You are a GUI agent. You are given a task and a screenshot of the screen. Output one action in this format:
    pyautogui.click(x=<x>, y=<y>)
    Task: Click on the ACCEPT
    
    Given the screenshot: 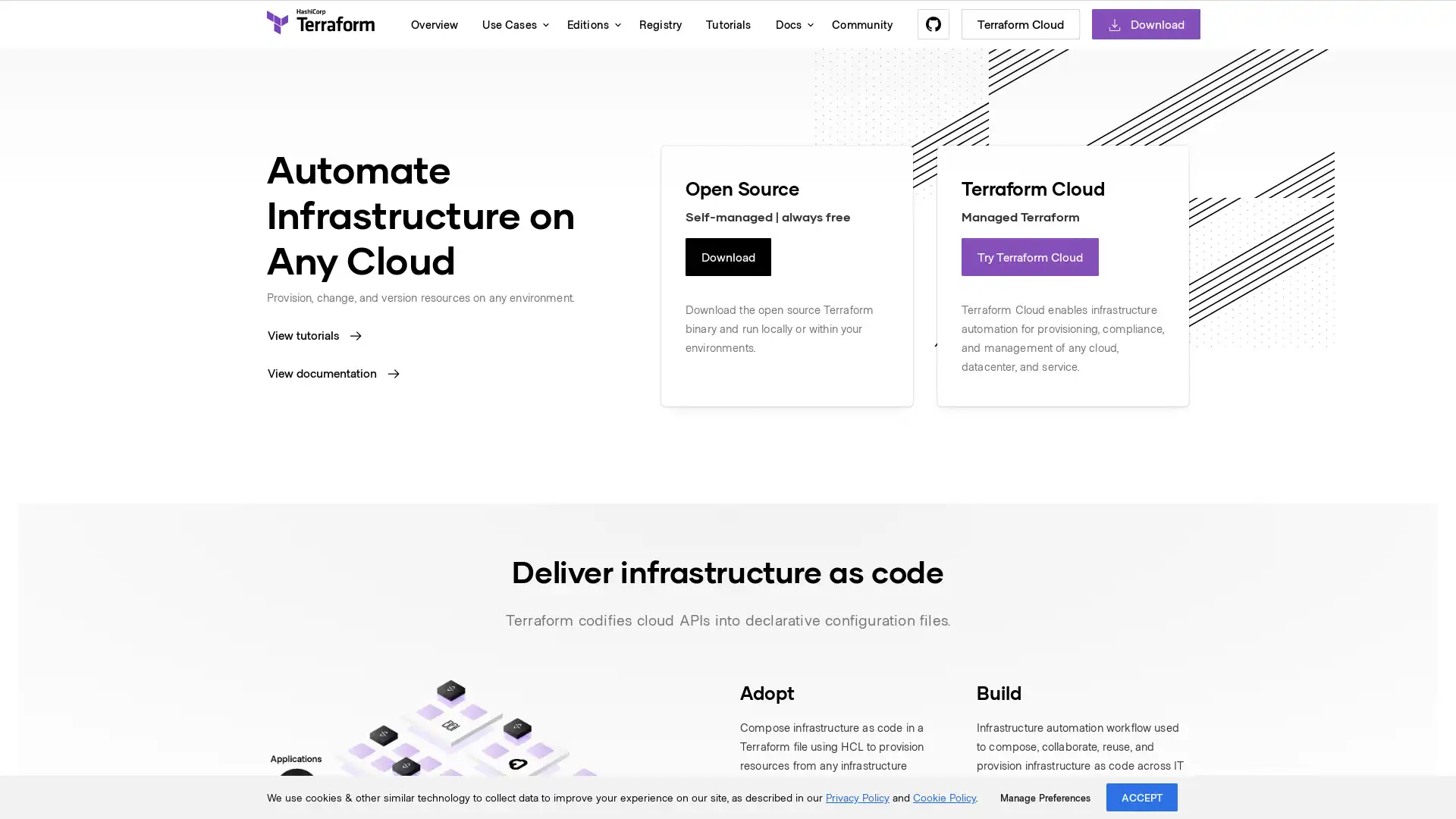 What is the action you would take?
    pyautogui.click(x=1142, y=796)
    